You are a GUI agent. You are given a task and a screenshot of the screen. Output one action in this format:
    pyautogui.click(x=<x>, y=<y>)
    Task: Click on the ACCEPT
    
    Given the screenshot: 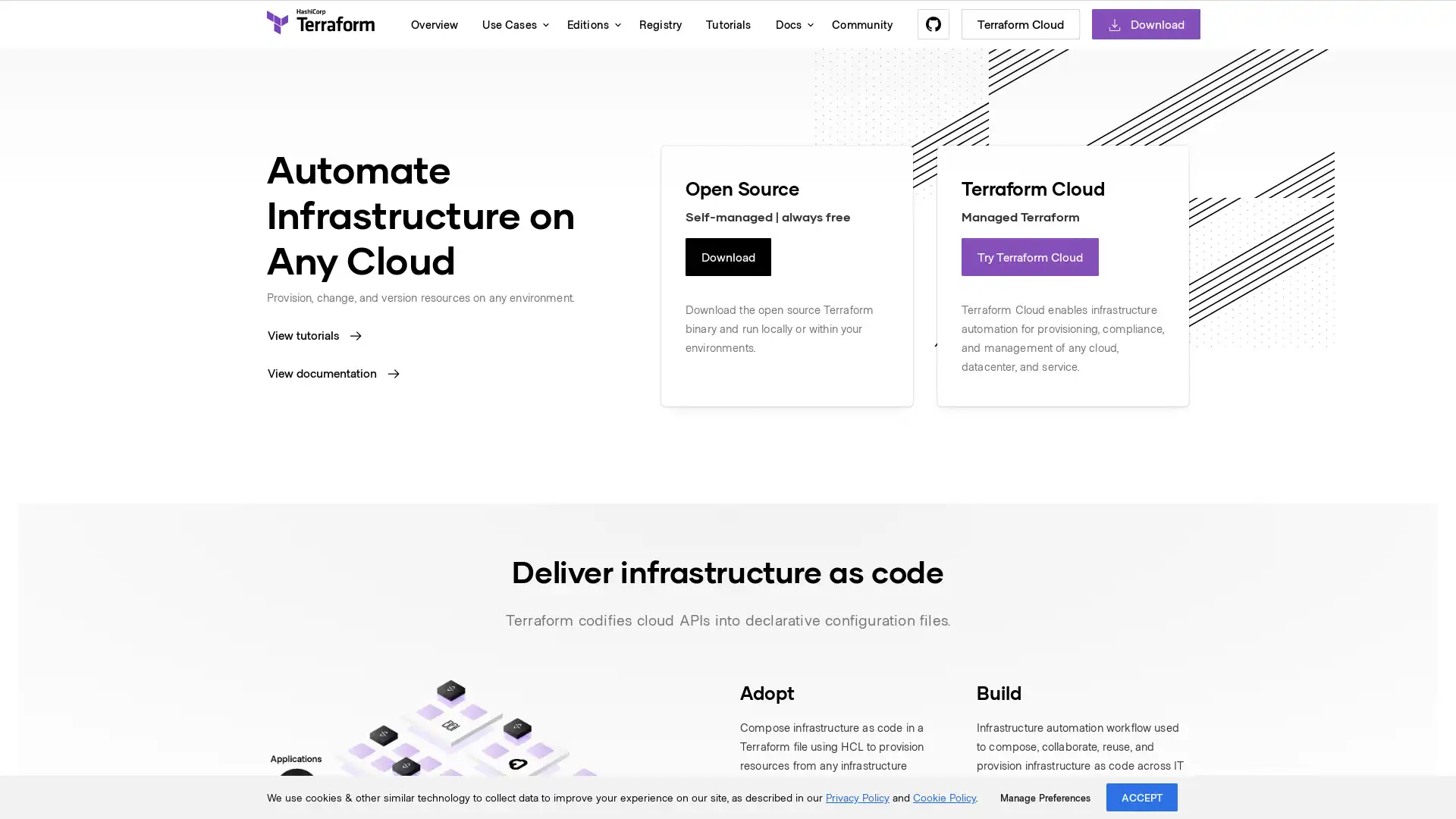 What is the action you would take?
    pyautogui.click(x=1142, y=796)
    